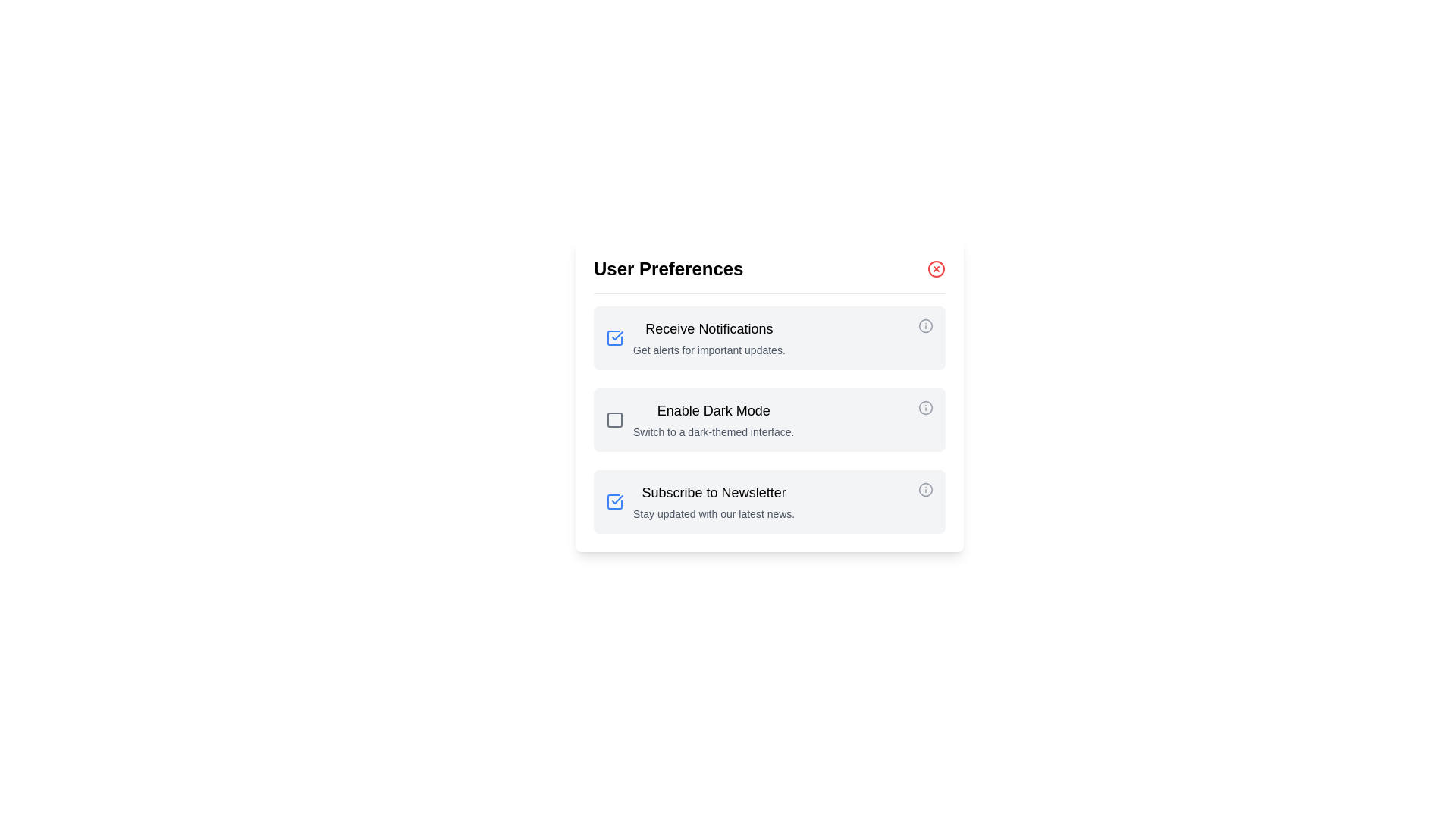 This screenshot has height=819, width=1456. I want to click on the Circle icon located near the bottom-right corner of the second preference option, adjacent to the square icon with a cross inside, so click(924, 406).